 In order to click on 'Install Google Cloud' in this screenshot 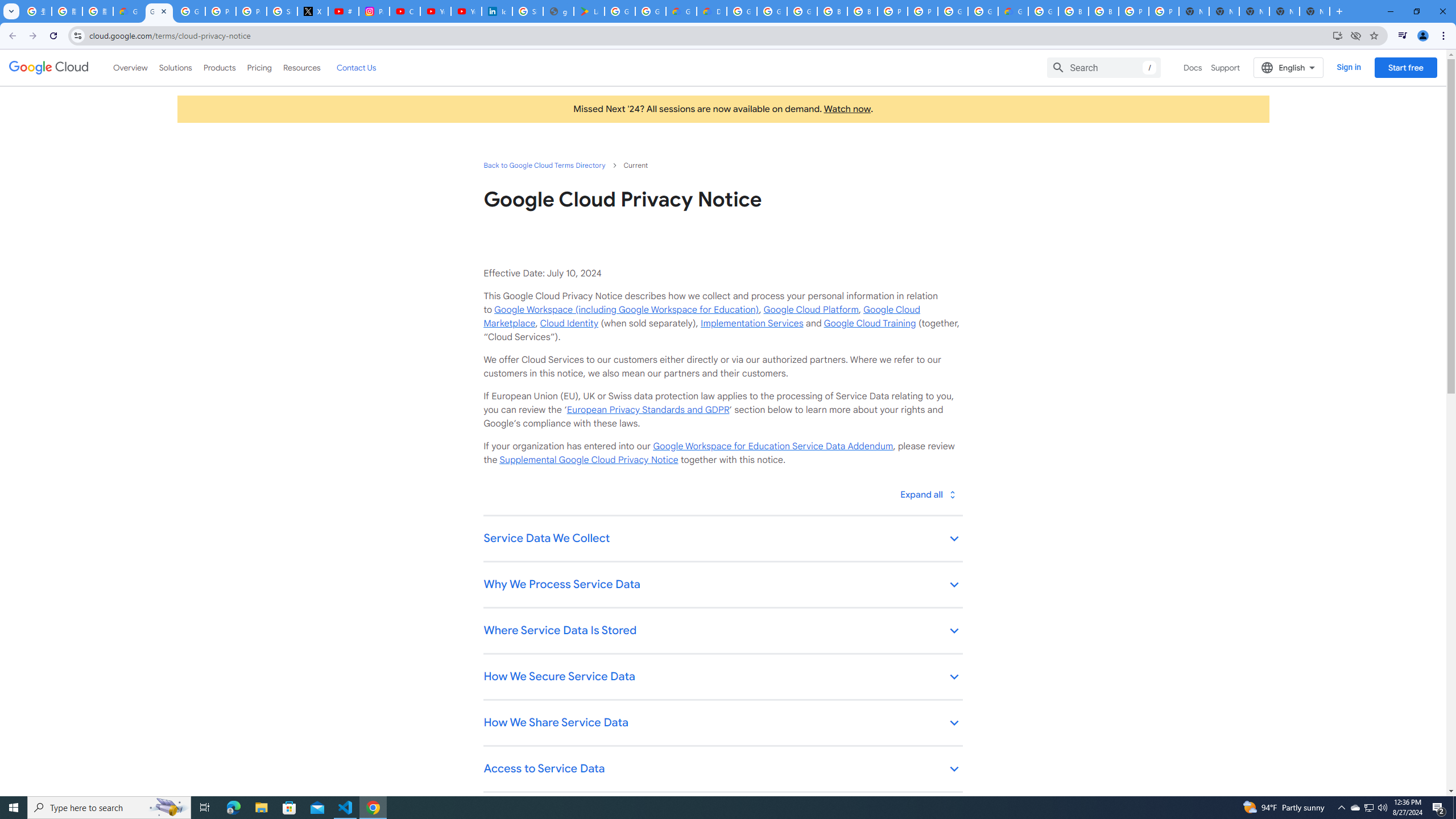, I will do `click(1337, 35)`.